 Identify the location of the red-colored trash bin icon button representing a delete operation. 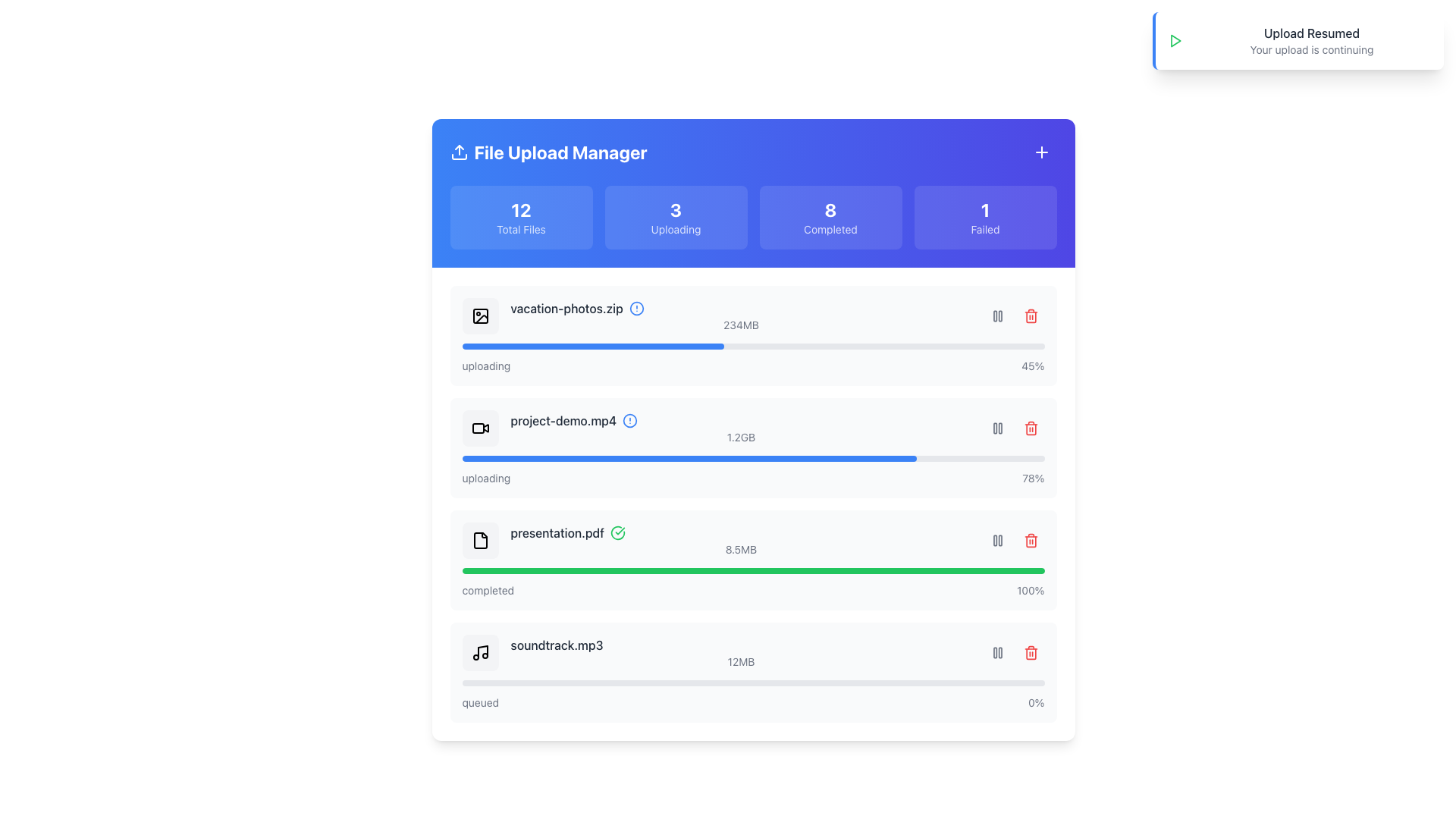
(1031, 428).